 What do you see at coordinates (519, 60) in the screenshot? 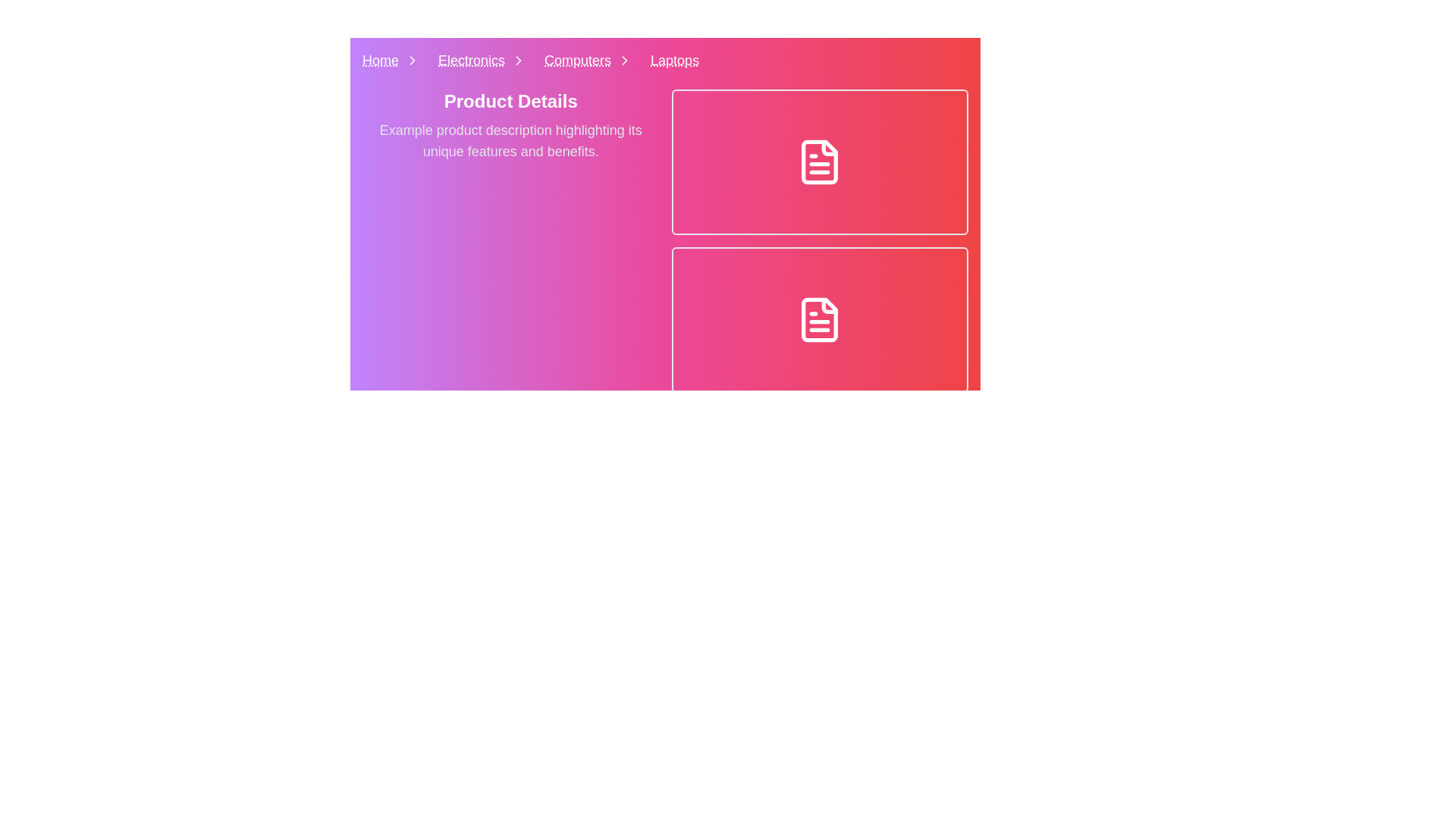
I see `the chevron icon located to the immediate right of the 'Electronics' hyperlink in the breadcrumb navigation bar to indicate further navigation options` at bounding box center [519, 60].